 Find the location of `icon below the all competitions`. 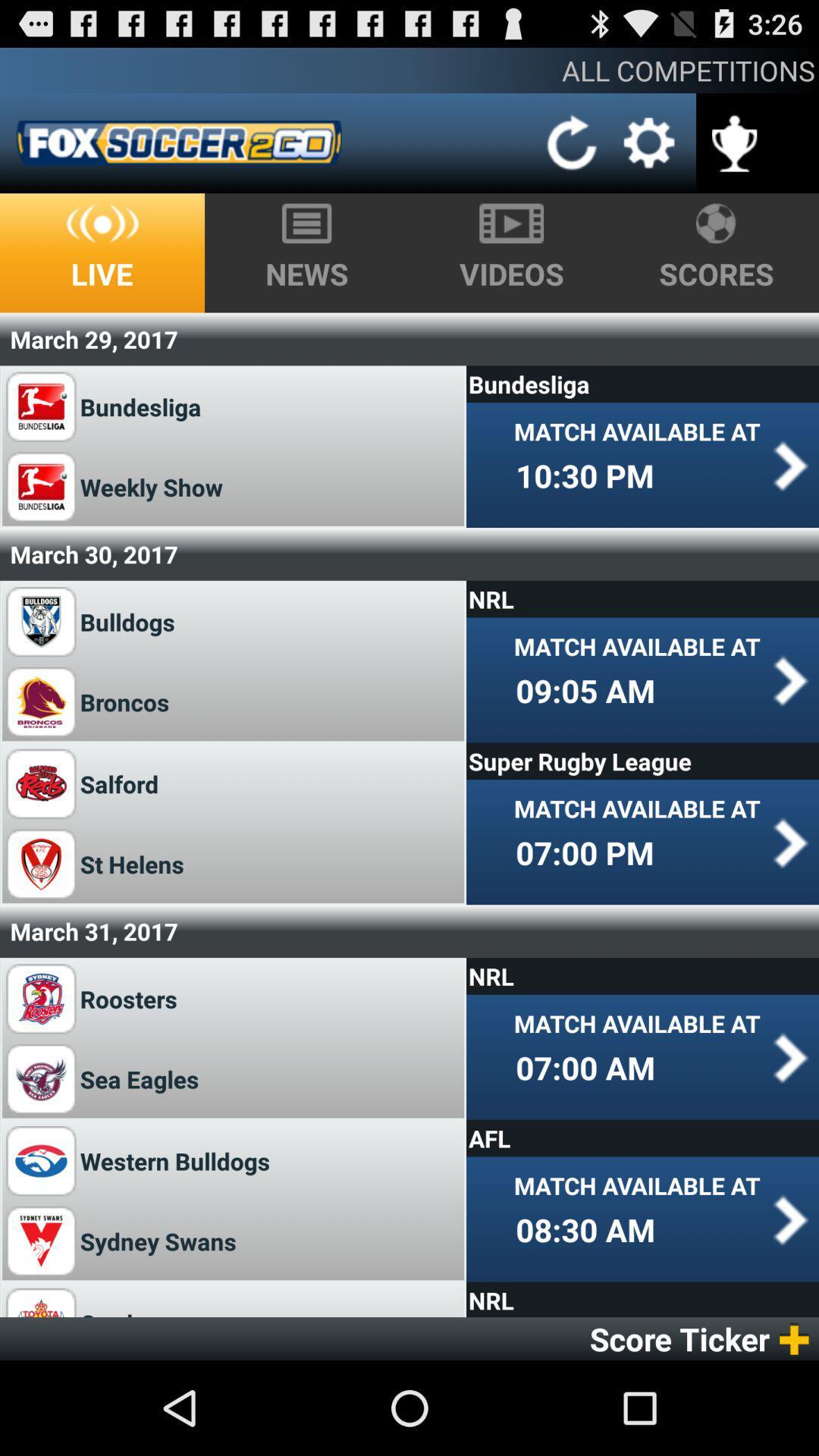

icon below the all competitions is located at coordinates (573, 143).